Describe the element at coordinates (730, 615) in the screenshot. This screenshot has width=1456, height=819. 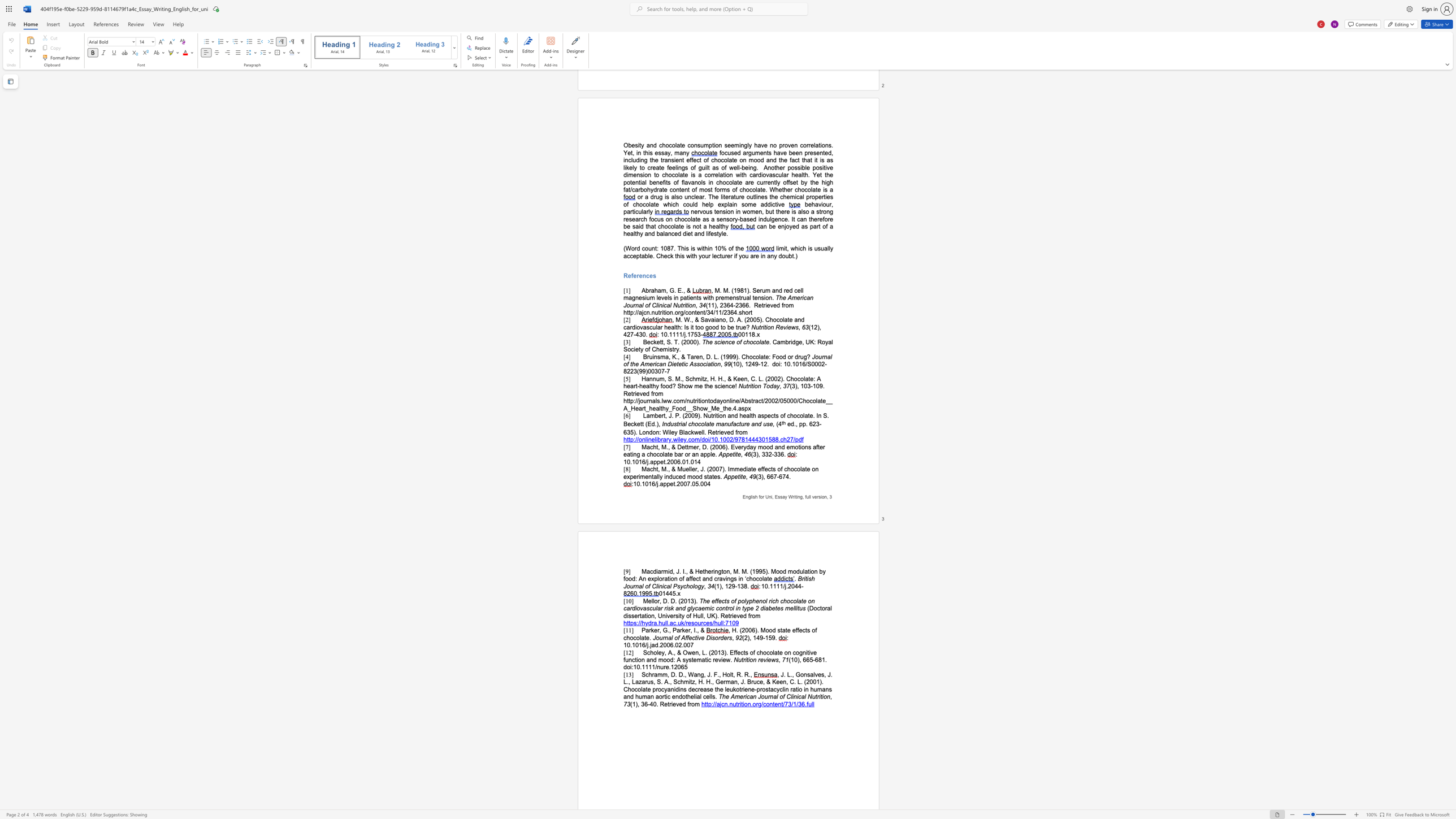
I see `the subset text "rieved fro" within the text "(Doctoral dissertation, University of Hull, UK). Retrieved from"` at that location.